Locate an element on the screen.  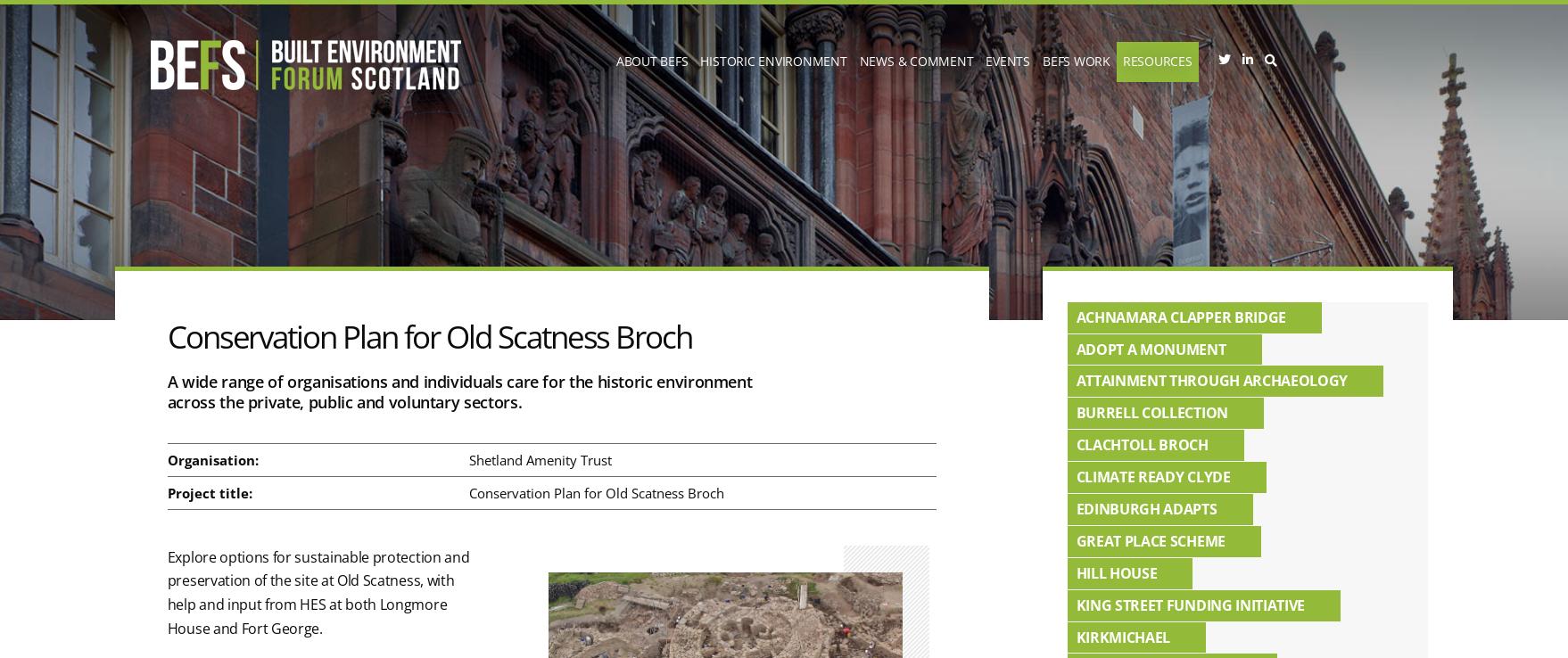
'Project title:' is located at coordinates (208, 491).